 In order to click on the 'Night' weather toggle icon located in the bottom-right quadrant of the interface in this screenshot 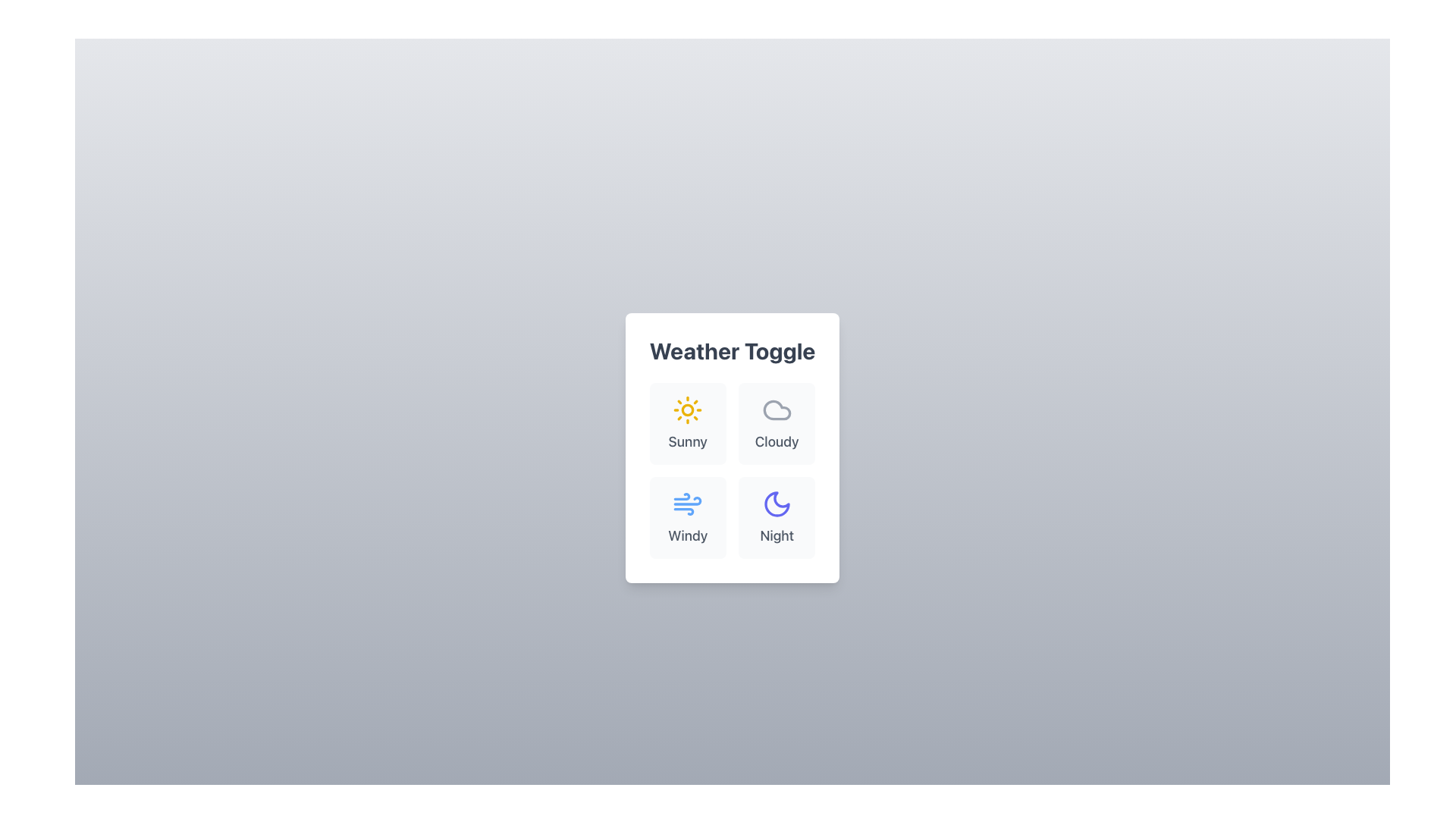, I will do `click(777, 504)`.